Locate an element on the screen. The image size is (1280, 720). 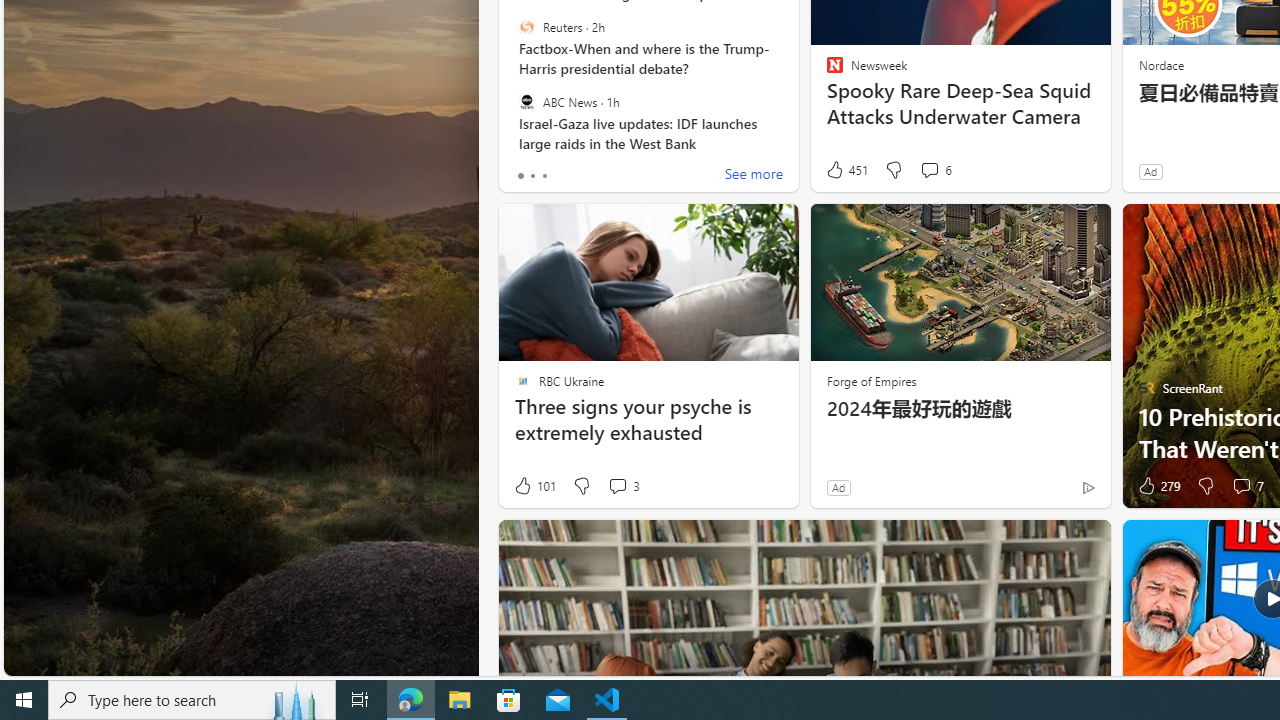
'tab-2' is located at coordinates (544, 175).